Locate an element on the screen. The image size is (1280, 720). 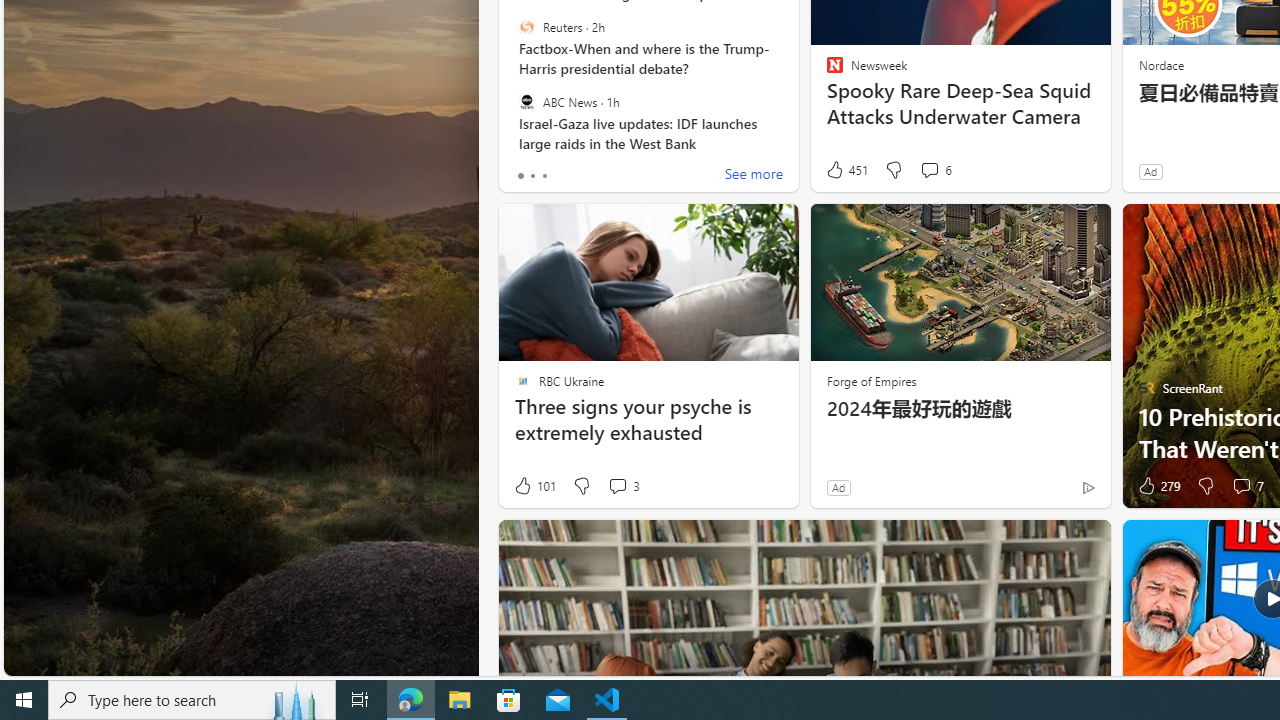
'tab-2' is located at coordinates (544, 175).